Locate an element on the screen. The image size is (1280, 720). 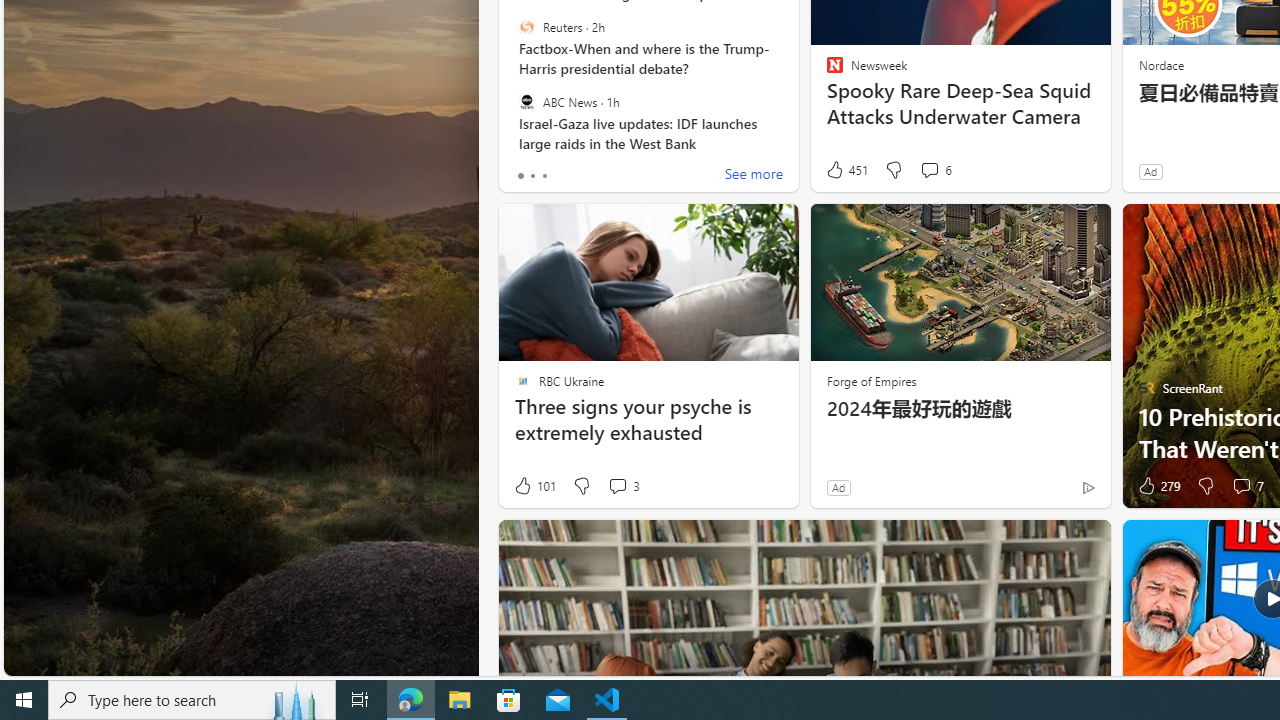
'tab-2' is located at coordinates (544, 175).